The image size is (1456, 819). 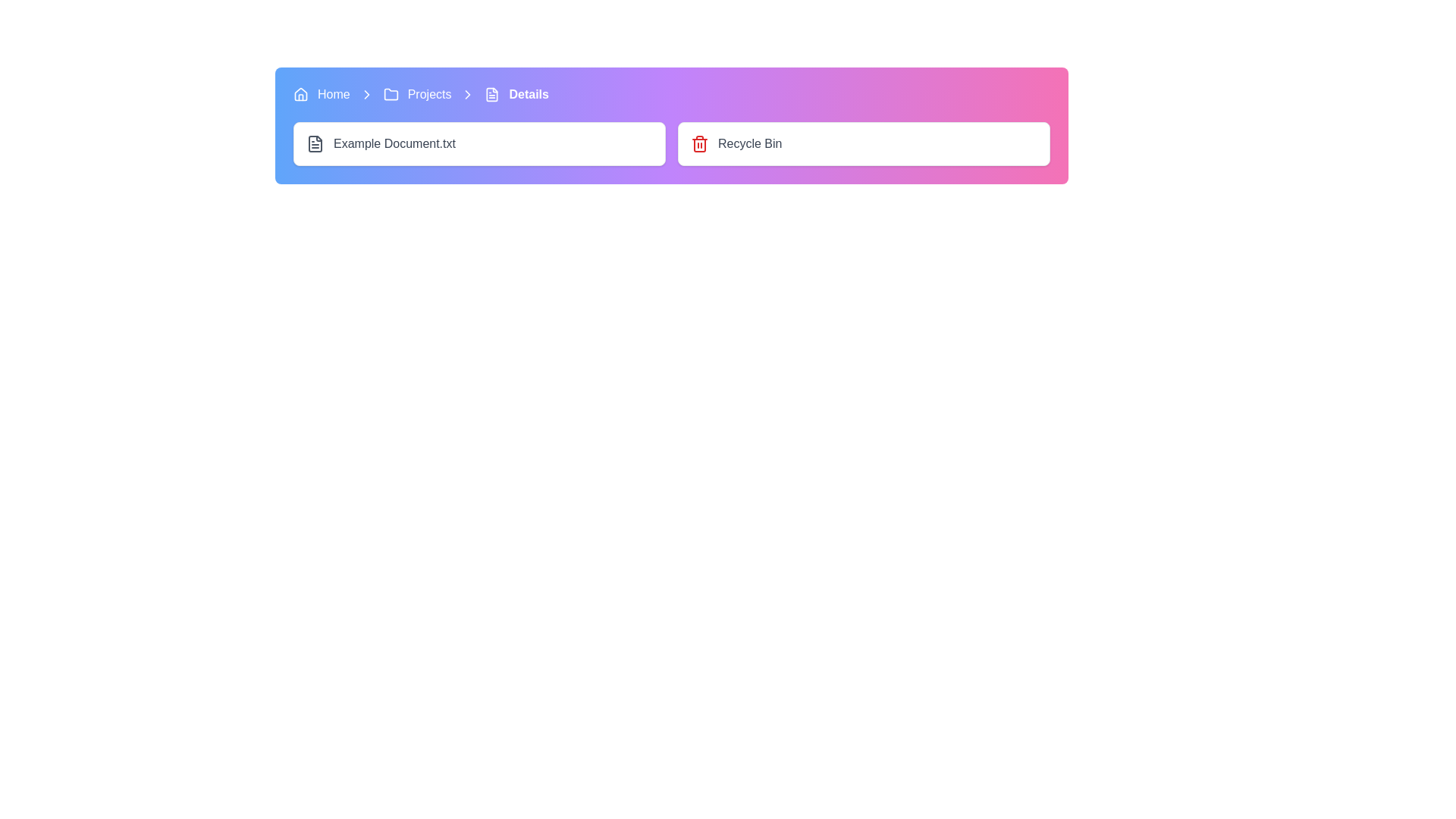 I want to click on the 'Home' icon in the breadcrumb navigation bar, so click(x=301, y=93).